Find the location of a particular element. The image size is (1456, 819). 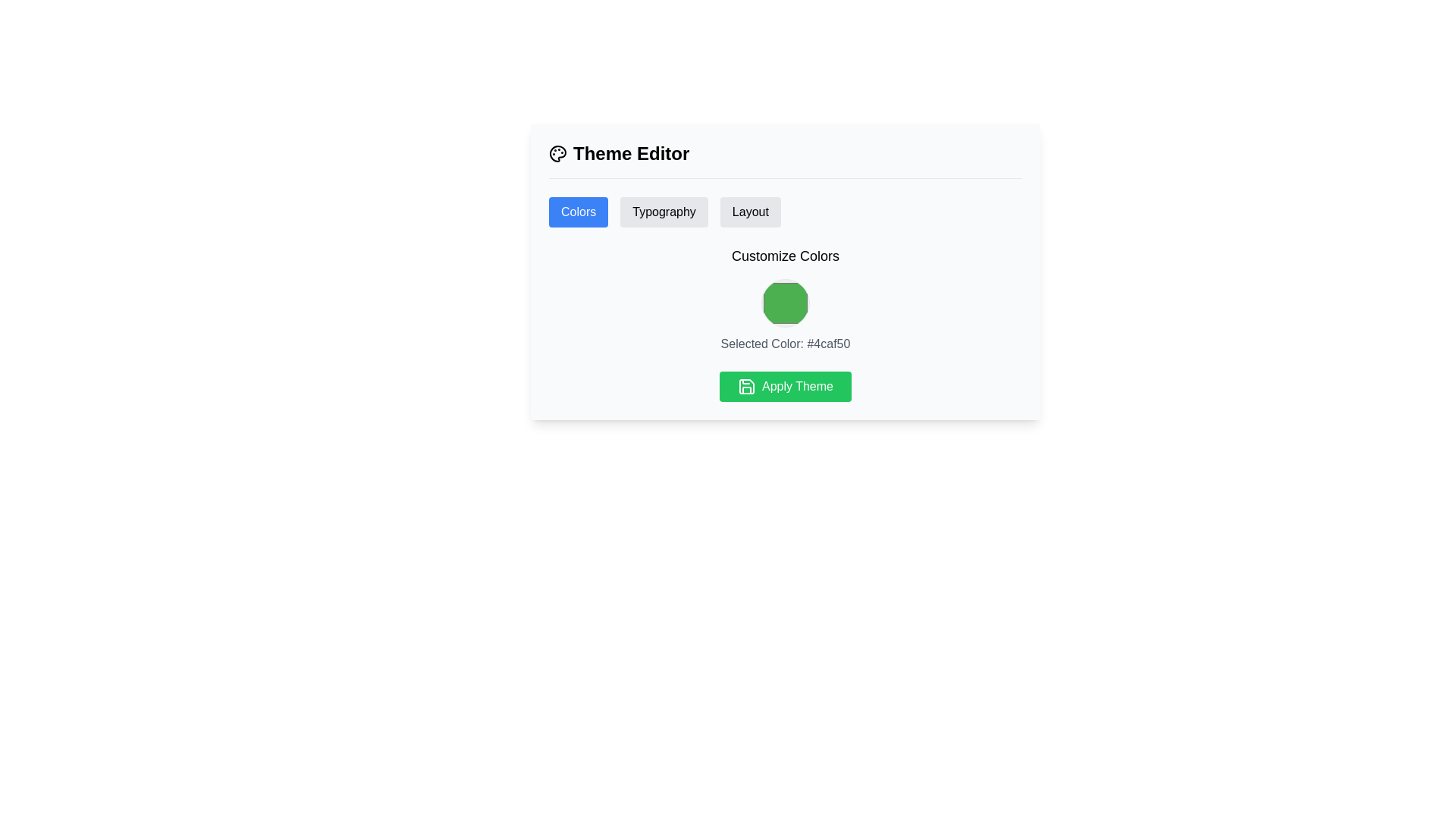

the 'Layout' button, which is a rounded rectangular button with a light gray background, located beneath the 'Theme Editor' header and to the immediate right of the 'Typography' button, to switch to the layout section is located at coordinates (750, 212).